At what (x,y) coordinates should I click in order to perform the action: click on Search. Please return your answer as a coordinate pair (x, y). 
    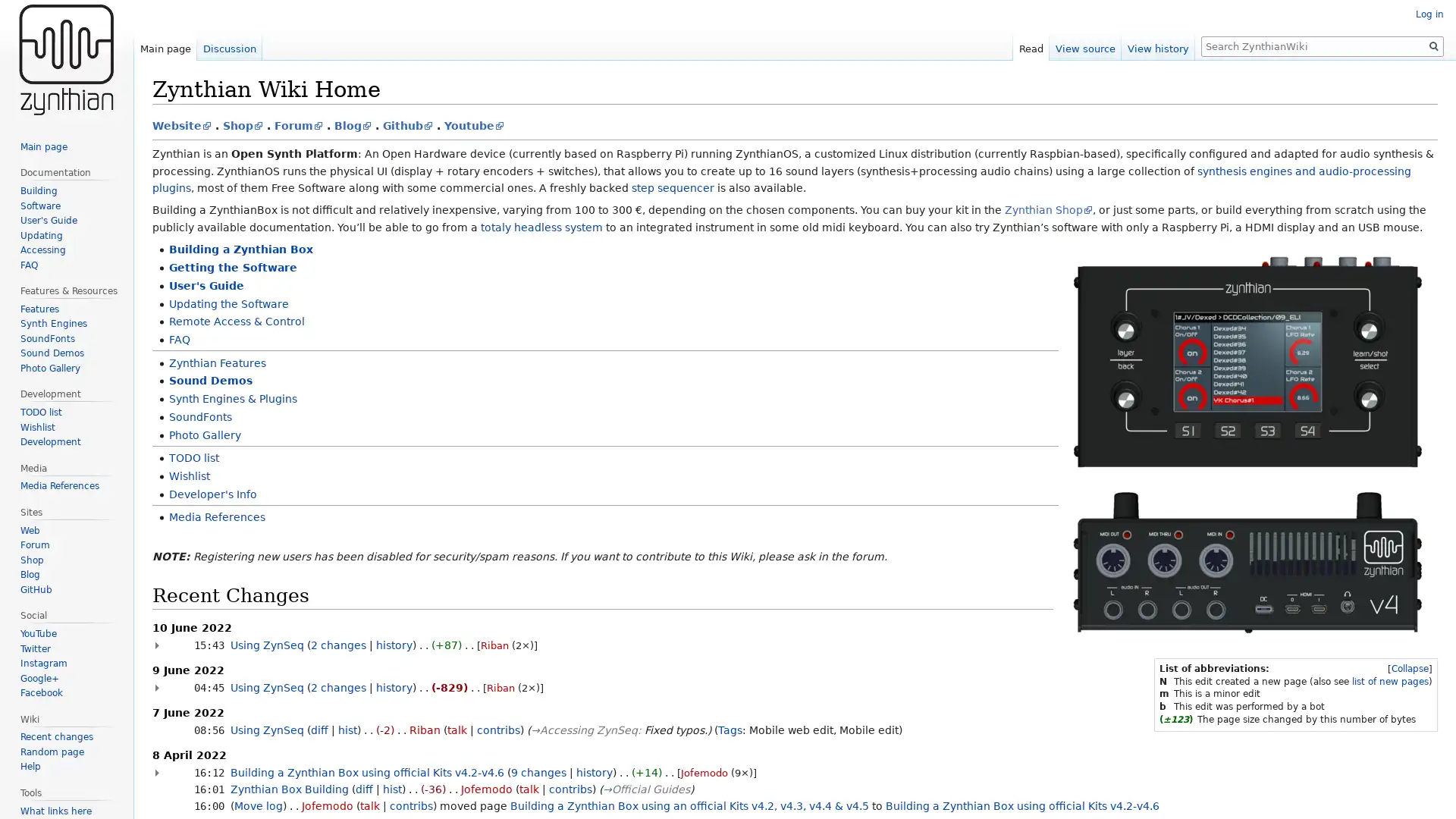
    Looking at the image, I should click on (1433, 45).